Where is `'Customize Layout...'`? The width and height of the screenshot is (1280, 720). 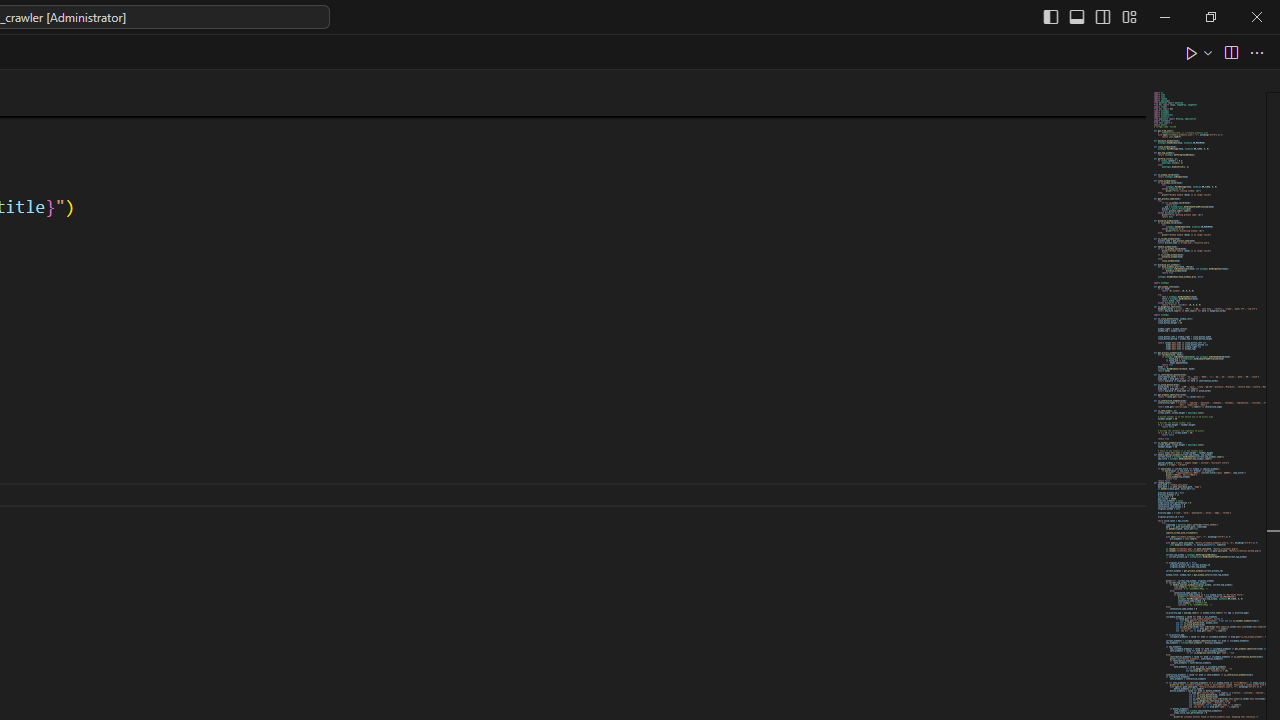 'Customize Layout...' is located at coordinates (1128, 16).